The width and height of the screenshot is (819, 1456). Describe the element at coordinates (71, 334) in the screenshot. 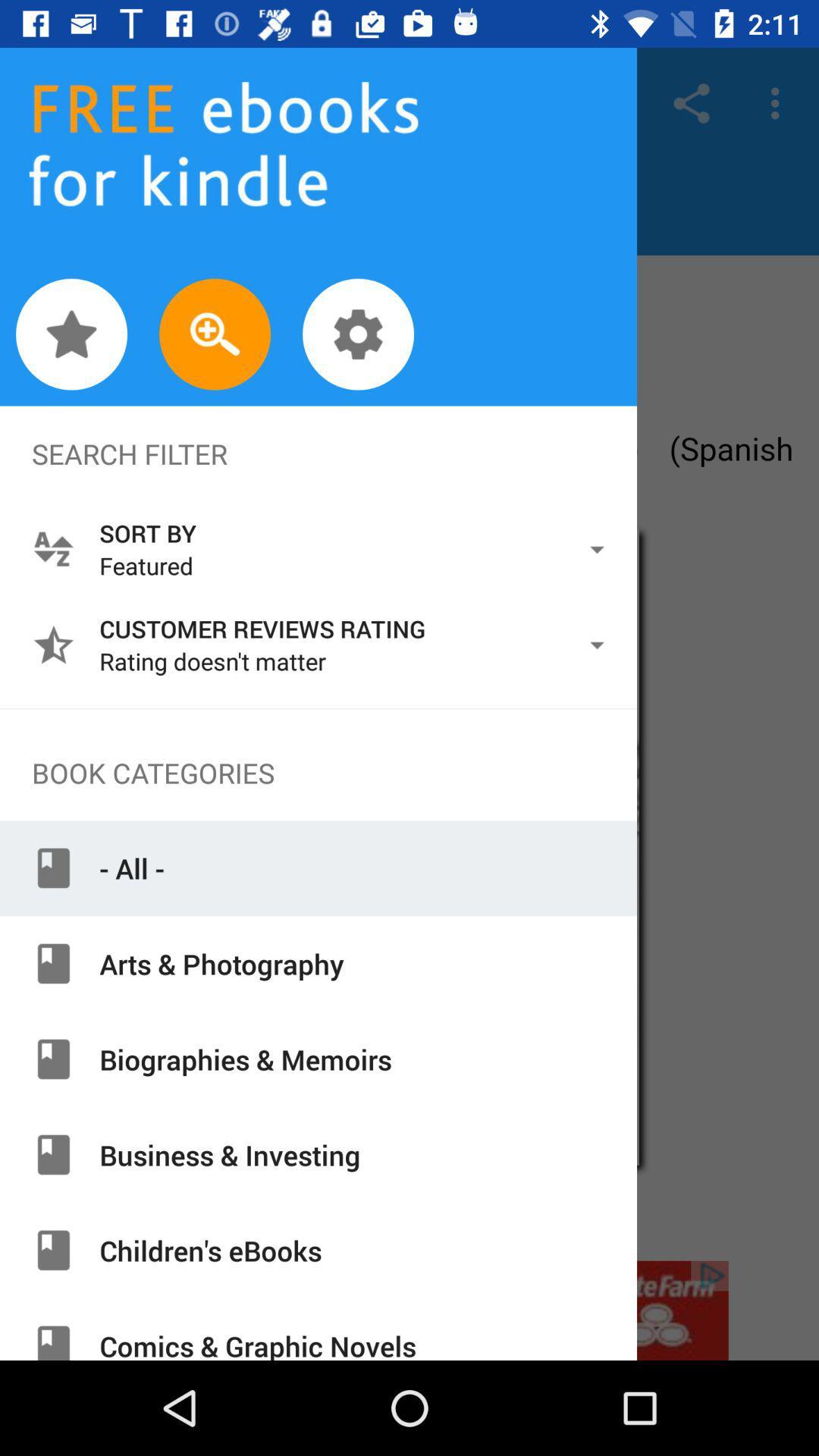

I see `favourites` at that location.